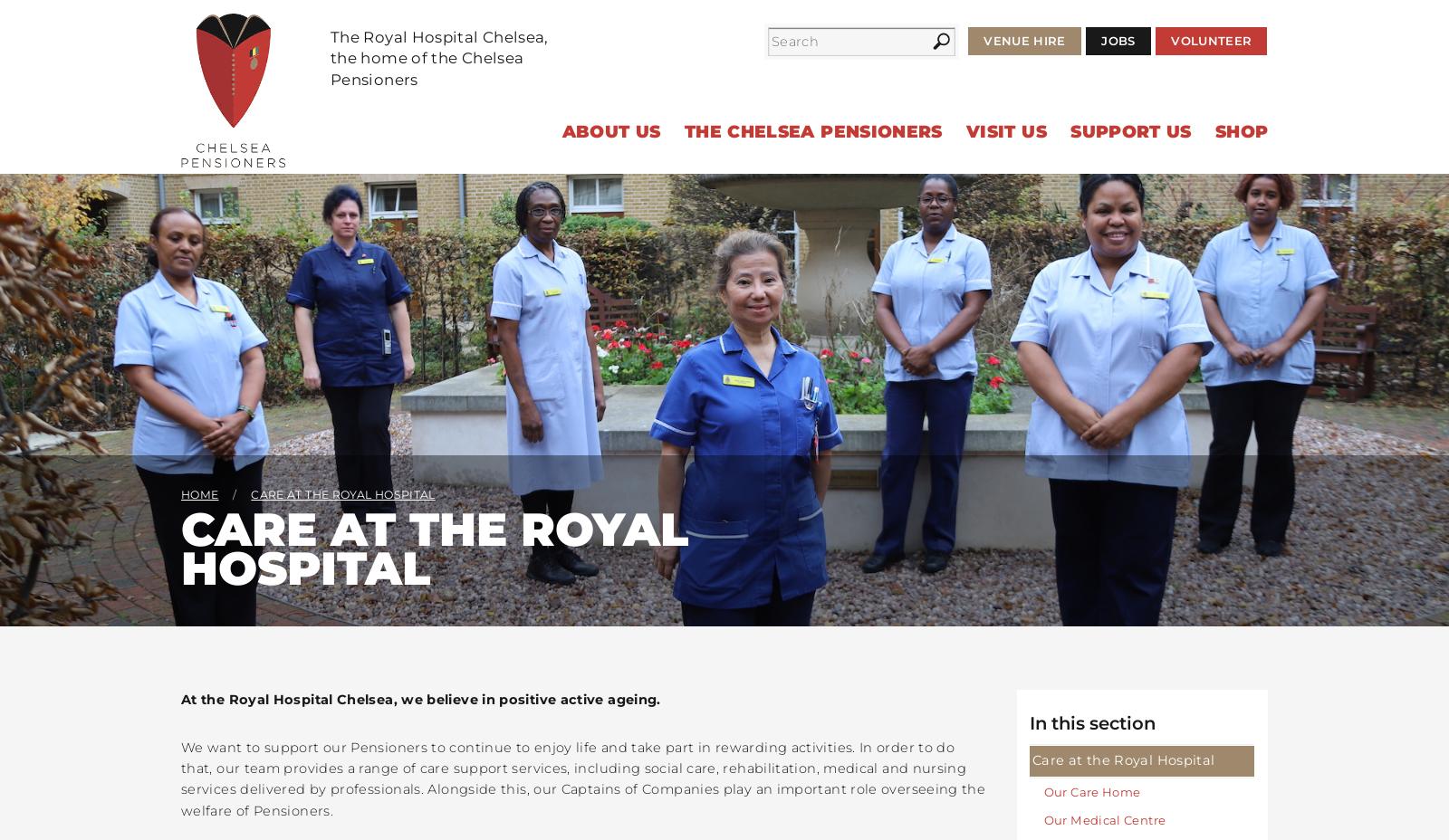 The width and height of the screenshot is (1449, 840). What do you see at coordinates (1240, 131) in the screenshot?
I see `'Shop'` at bounding box center [1240, 131].